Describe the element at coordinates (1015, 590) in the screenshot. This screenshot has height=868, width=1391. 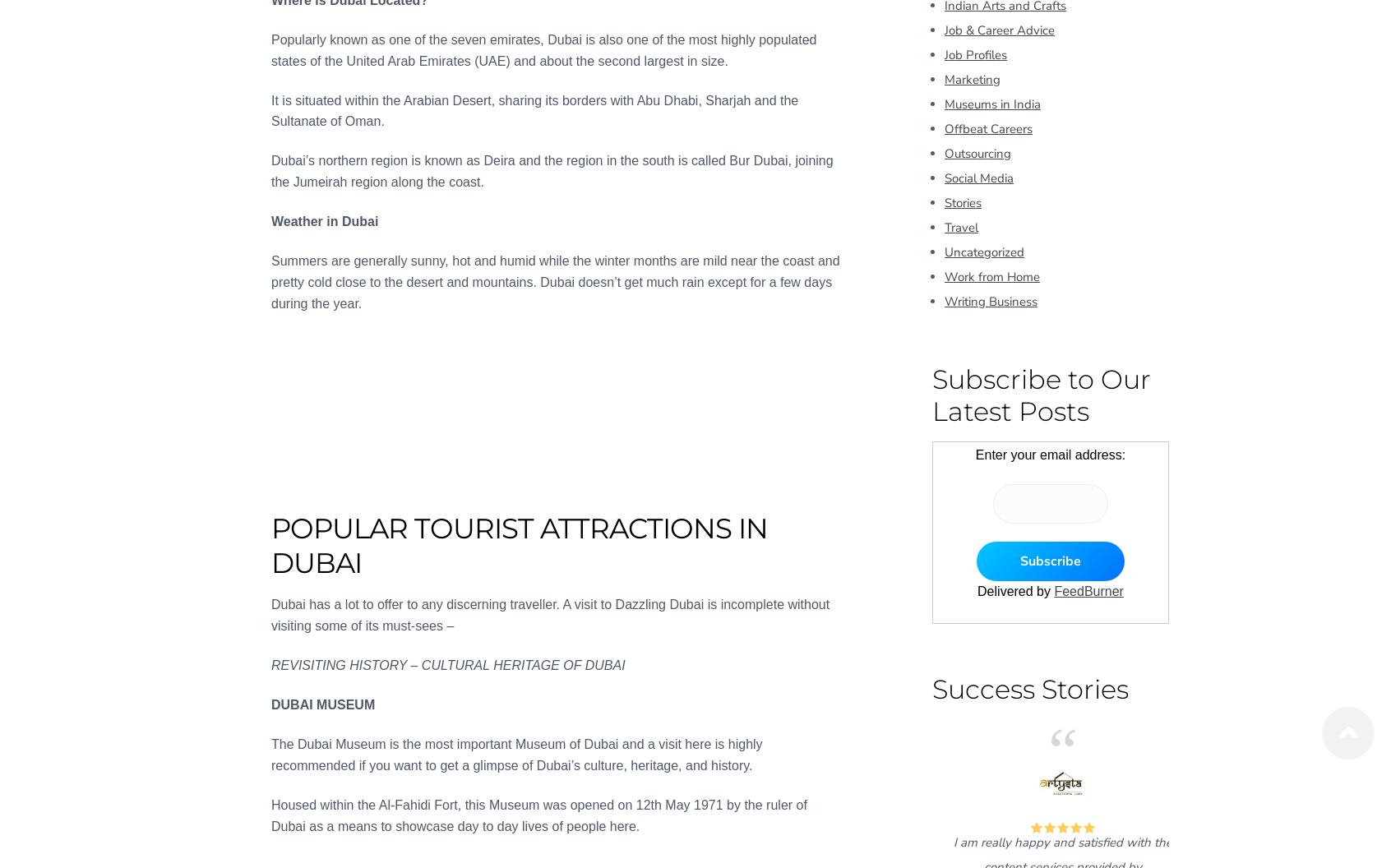
I see `'Delivered by'` at that location.